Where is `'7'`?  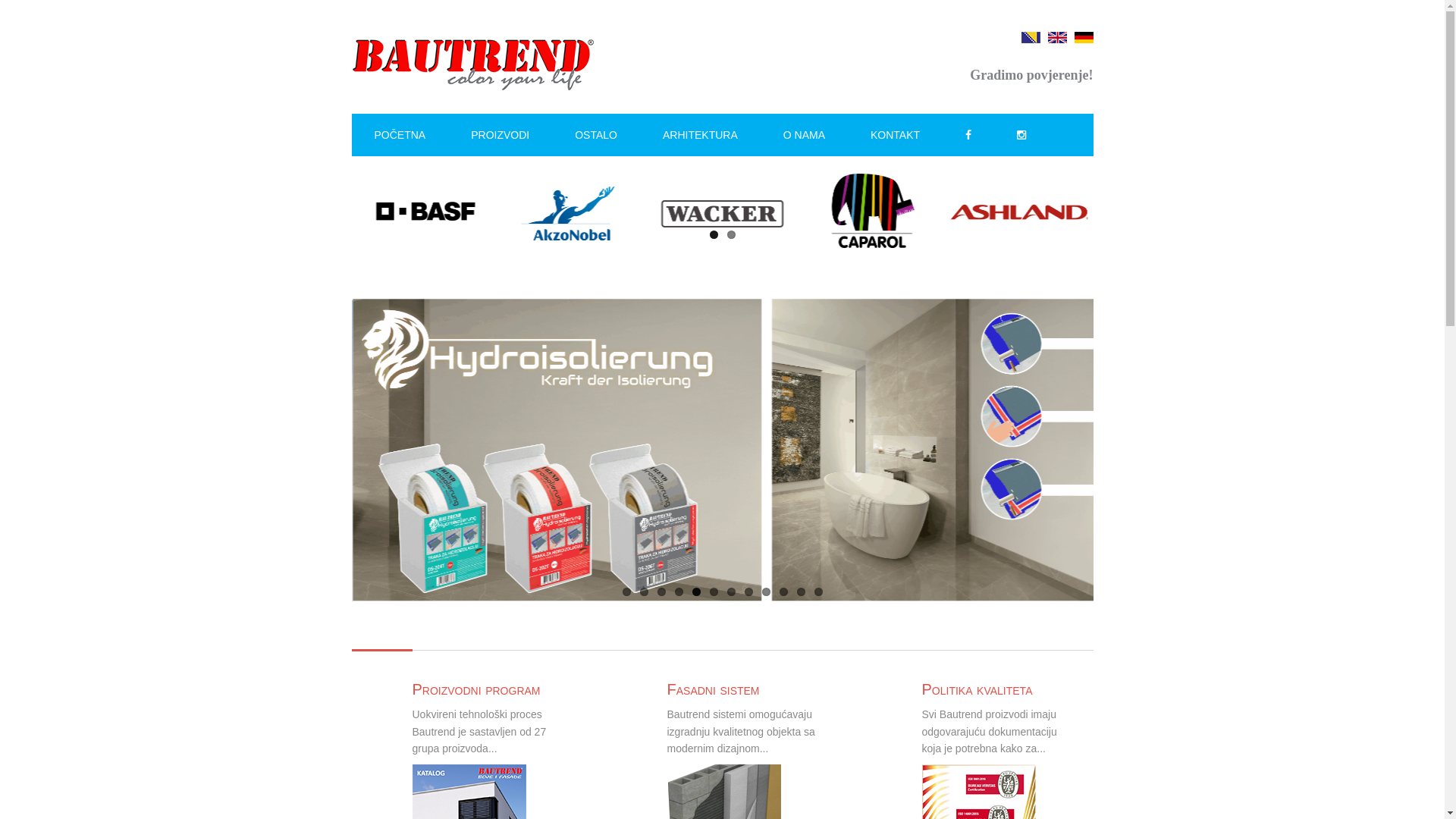
'7' is located at coordinates (726, 591).